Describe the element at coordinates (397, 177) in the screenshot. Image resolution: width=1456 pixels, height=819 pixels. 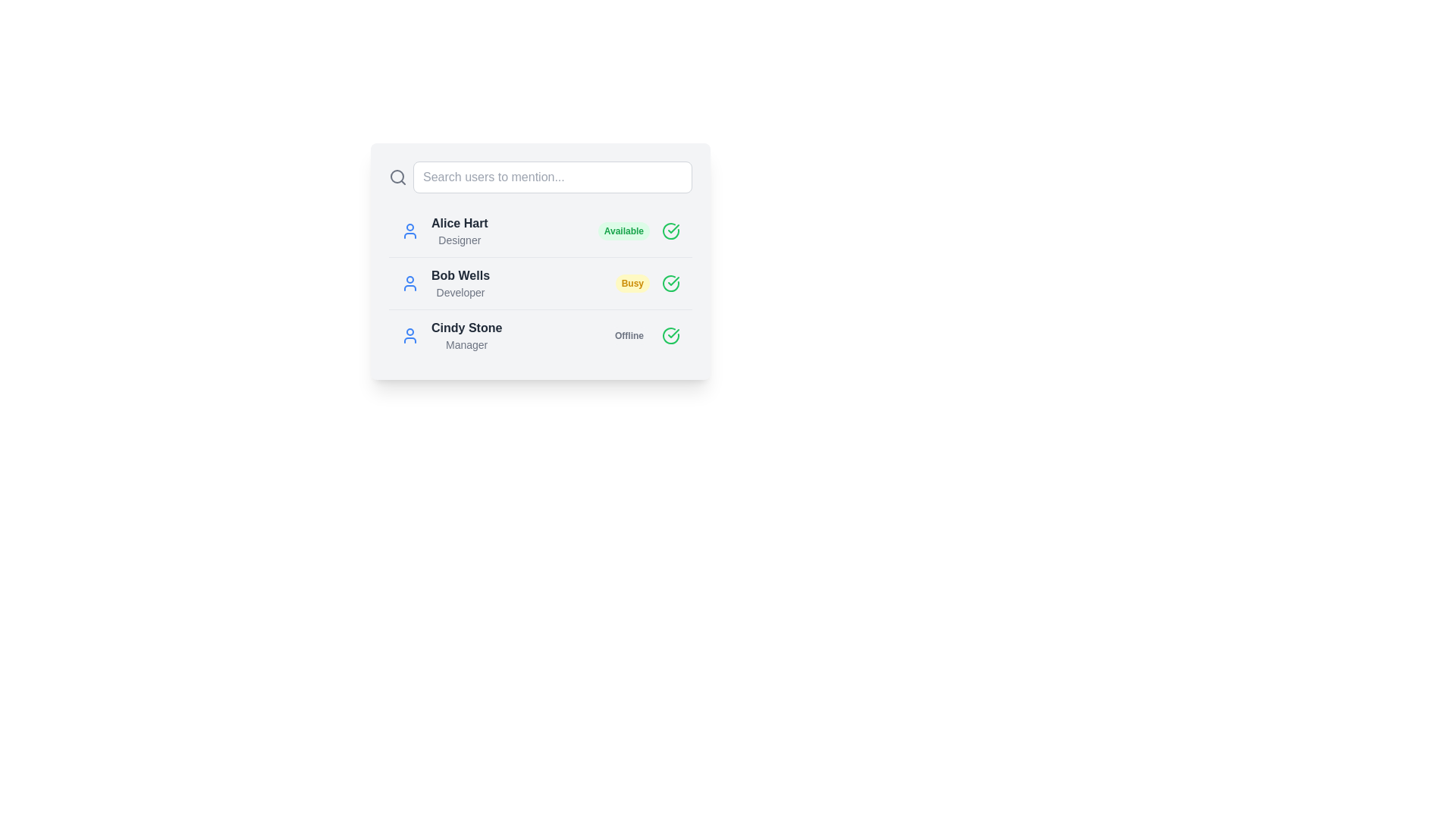
I see `the search icon, which is an outline of a magnifying glass located in the top-left section of the search interface` at that location.